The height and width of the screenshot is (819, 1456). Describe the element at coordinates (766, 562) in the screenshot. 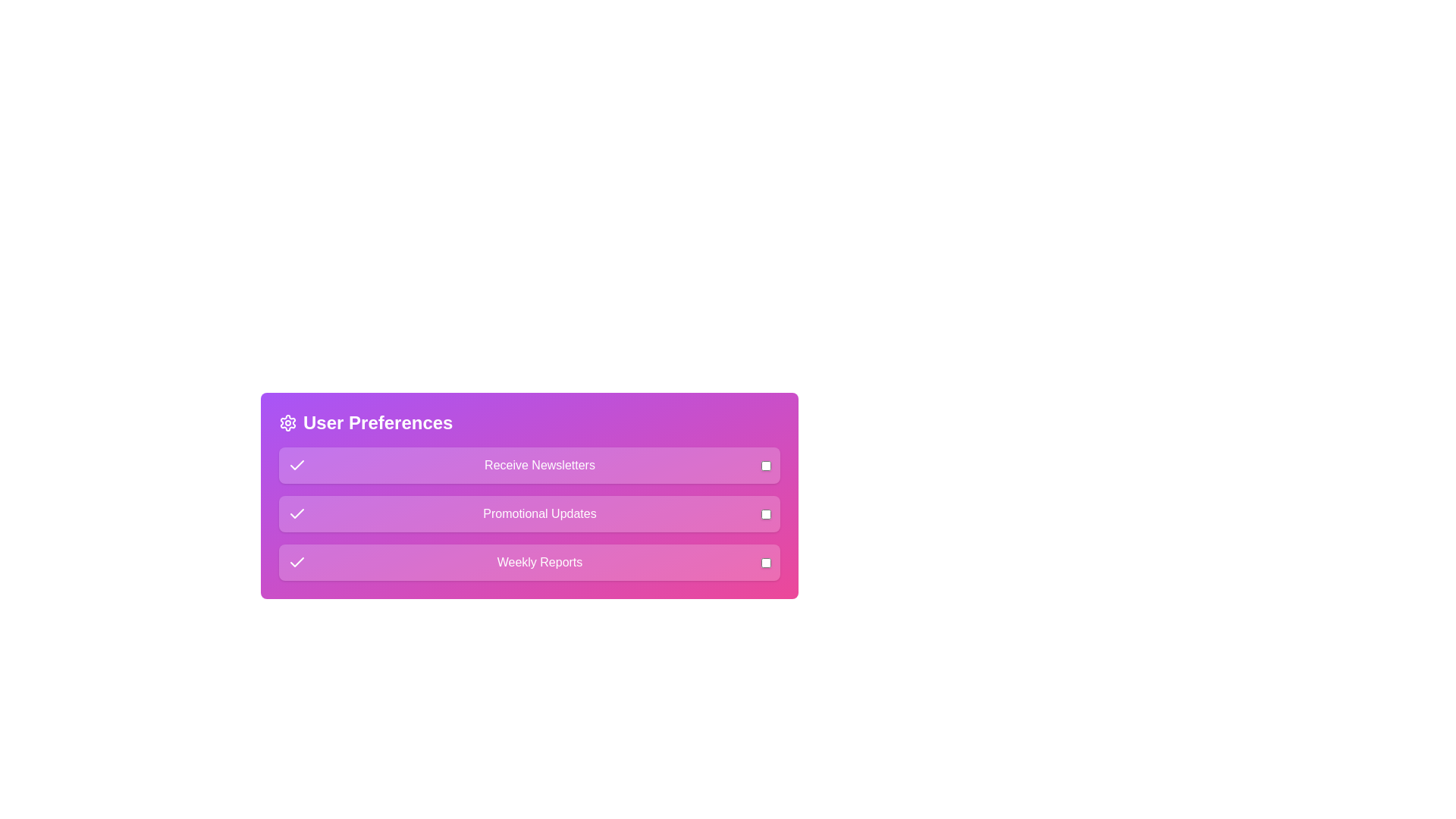

I see `the checkbox for 'Weekly Reports' to toggle its state` at that location.